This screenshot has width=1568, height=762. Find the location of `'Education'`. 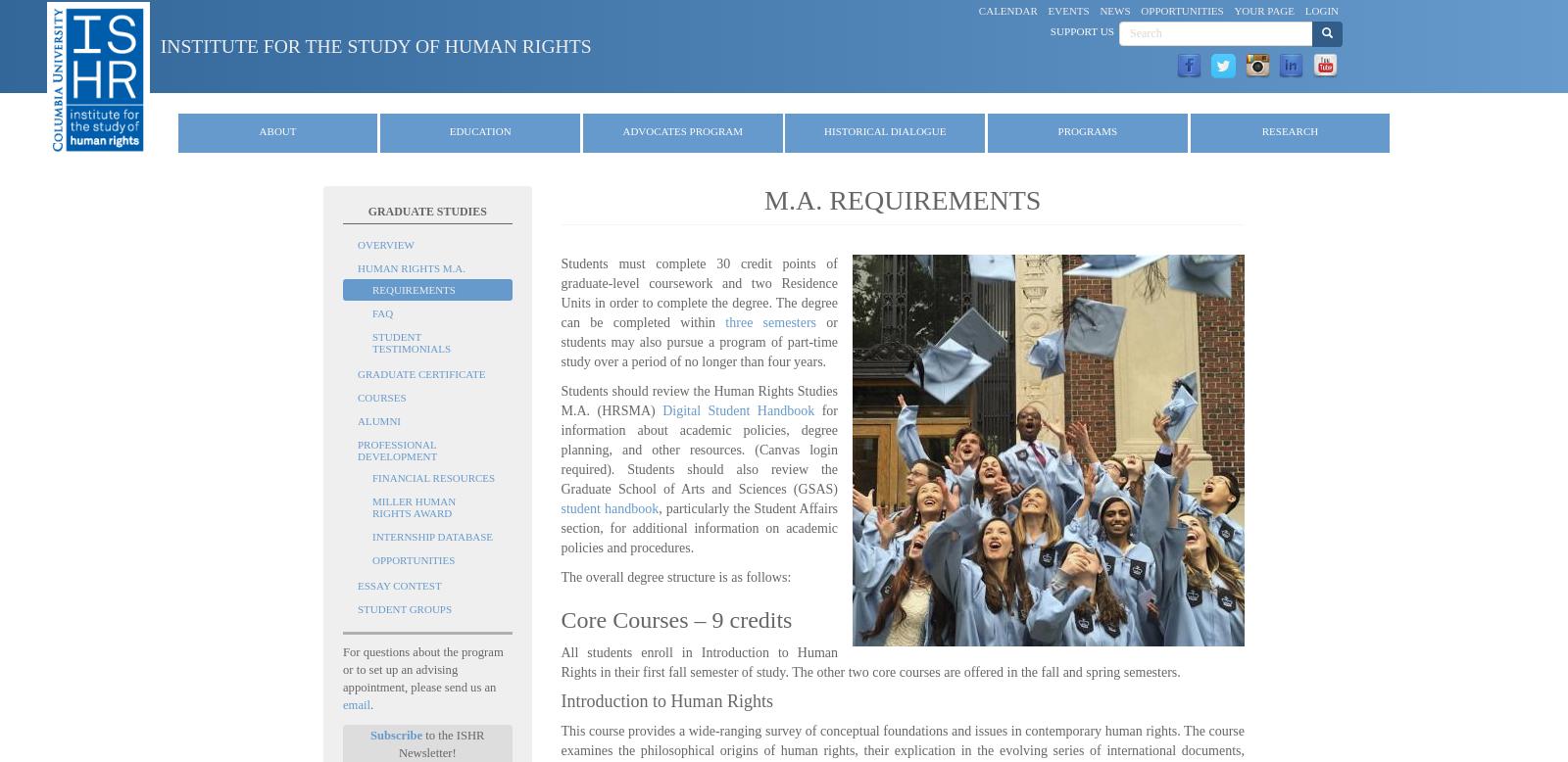

'Education' is located at coordinates (478, 130).